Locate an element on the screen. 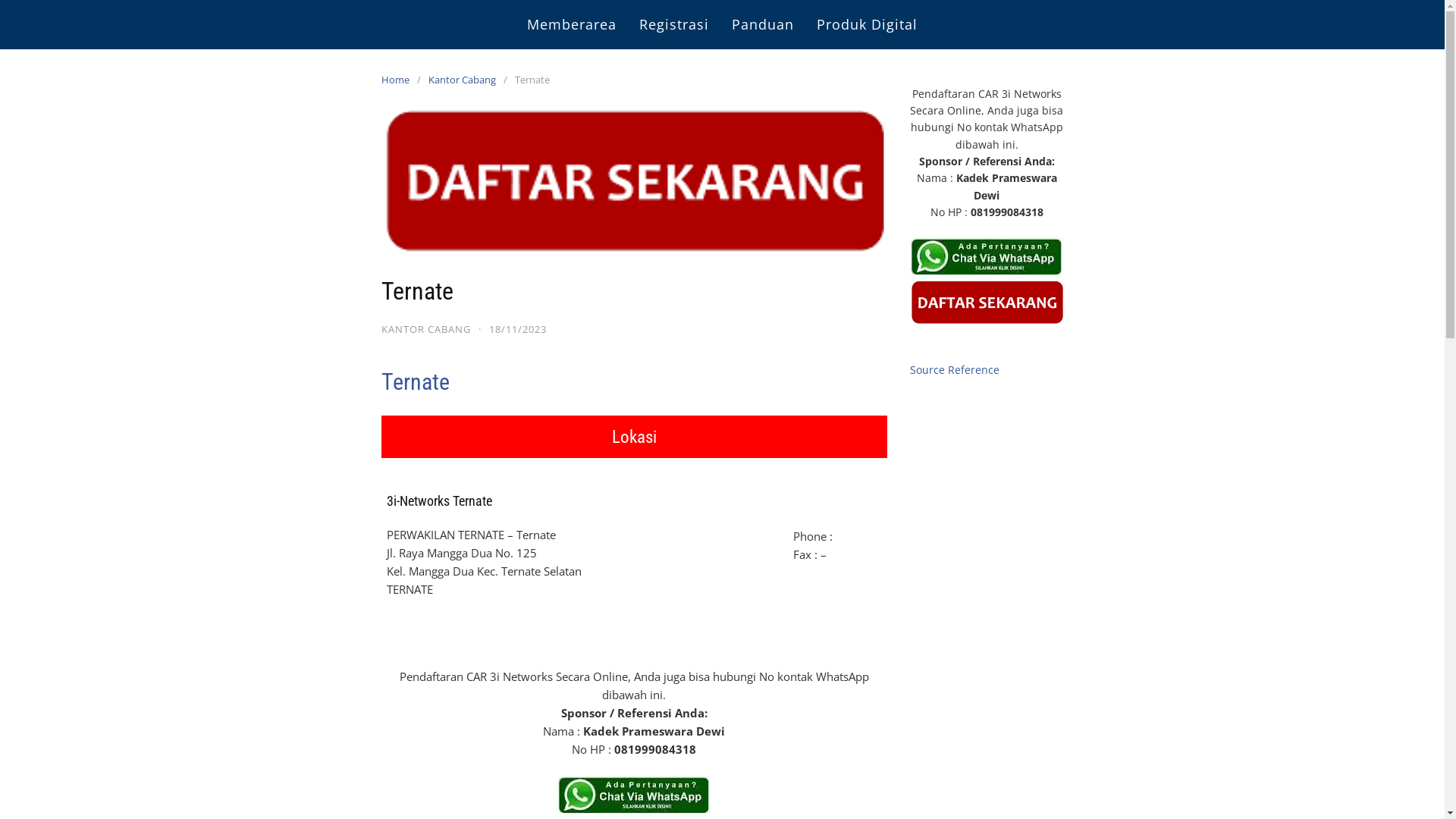 The width and height of the screenshot is (1456, 819). 'Ternate 1' is located at coordinates (633, 794).